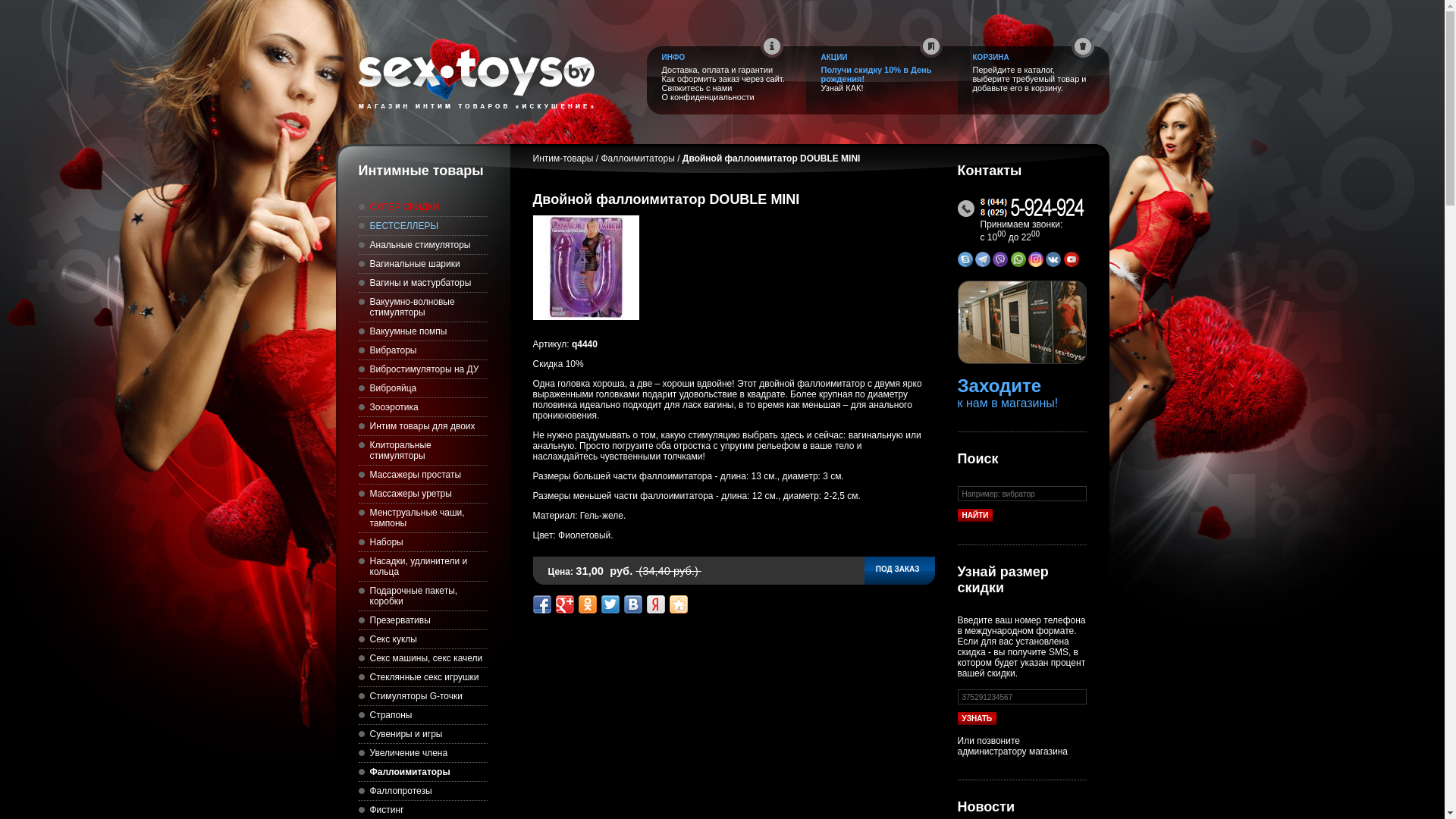 This screenshot has width=1456, height=819. Describe the element at coordinates (676, 604) in the screenshot. I see `'Share42.com - Free Social Sharing Buttons Script'` at that location.